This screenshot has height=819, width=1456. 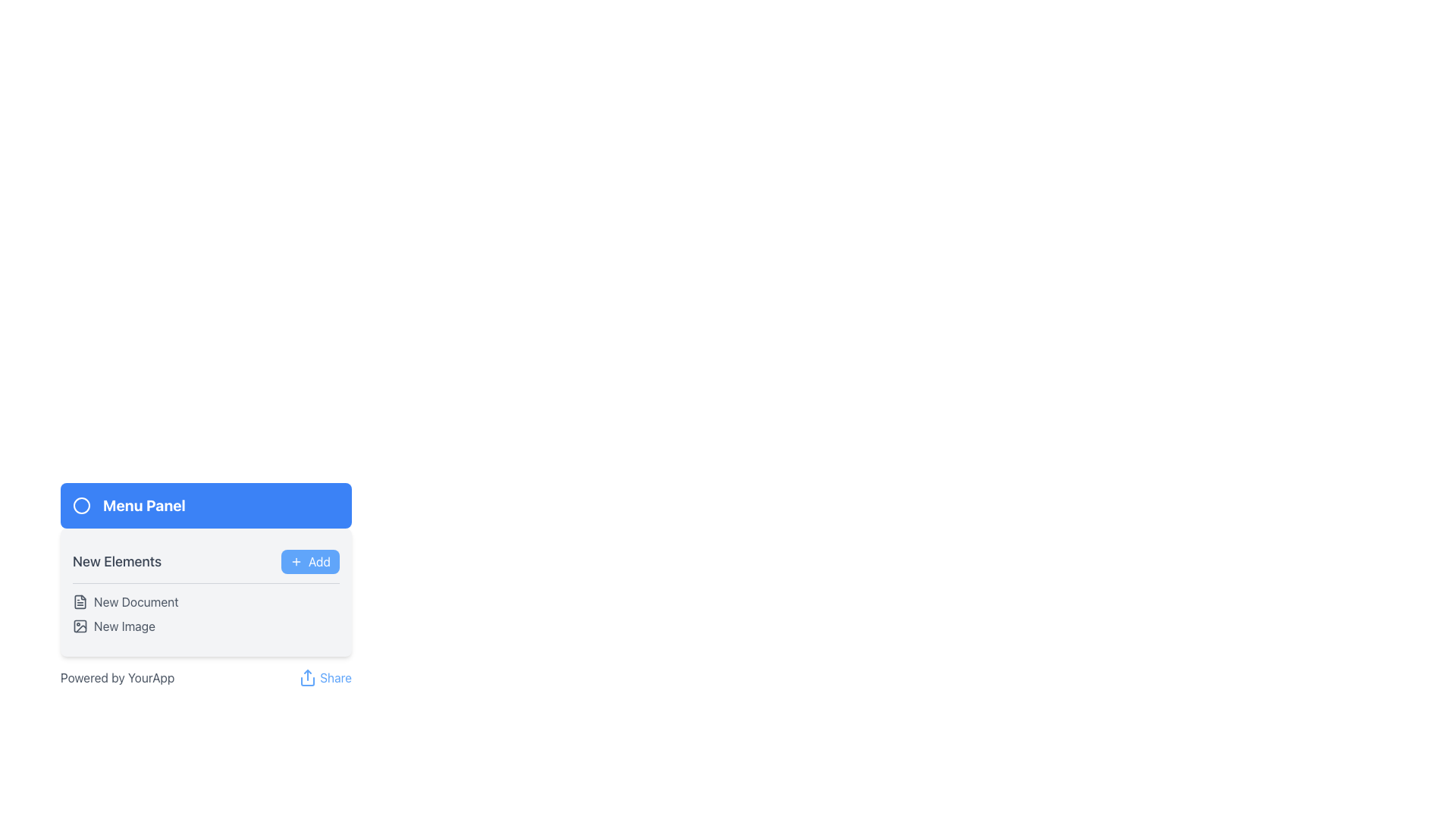 What do you see at coordinates (206, 626) in the screenshot?
I see `the interactive option labeled 'New Image' within the vertical list labeled 'New Elements', positioned below 'New Document'` at bounding box center [206, 626].